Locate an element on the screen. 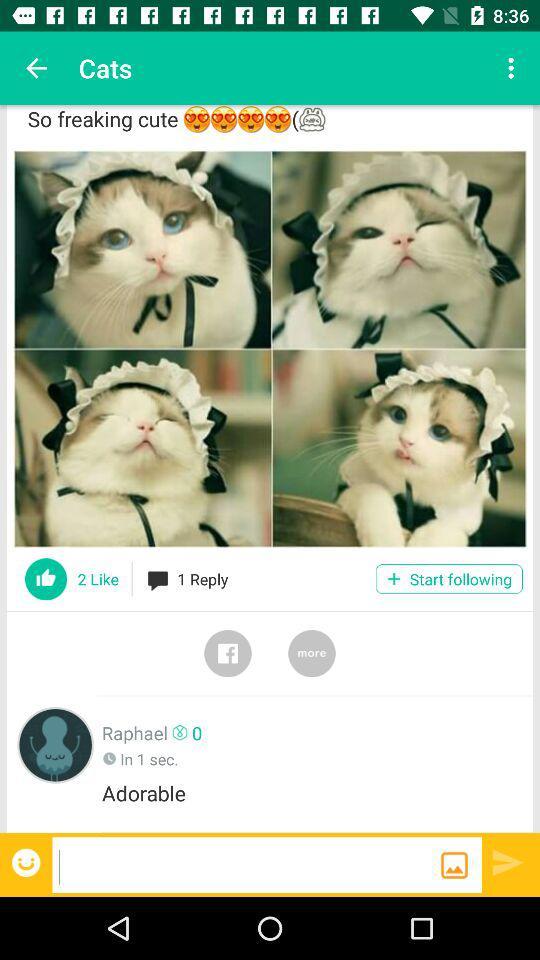  like button is located at coordinates (46, 579).